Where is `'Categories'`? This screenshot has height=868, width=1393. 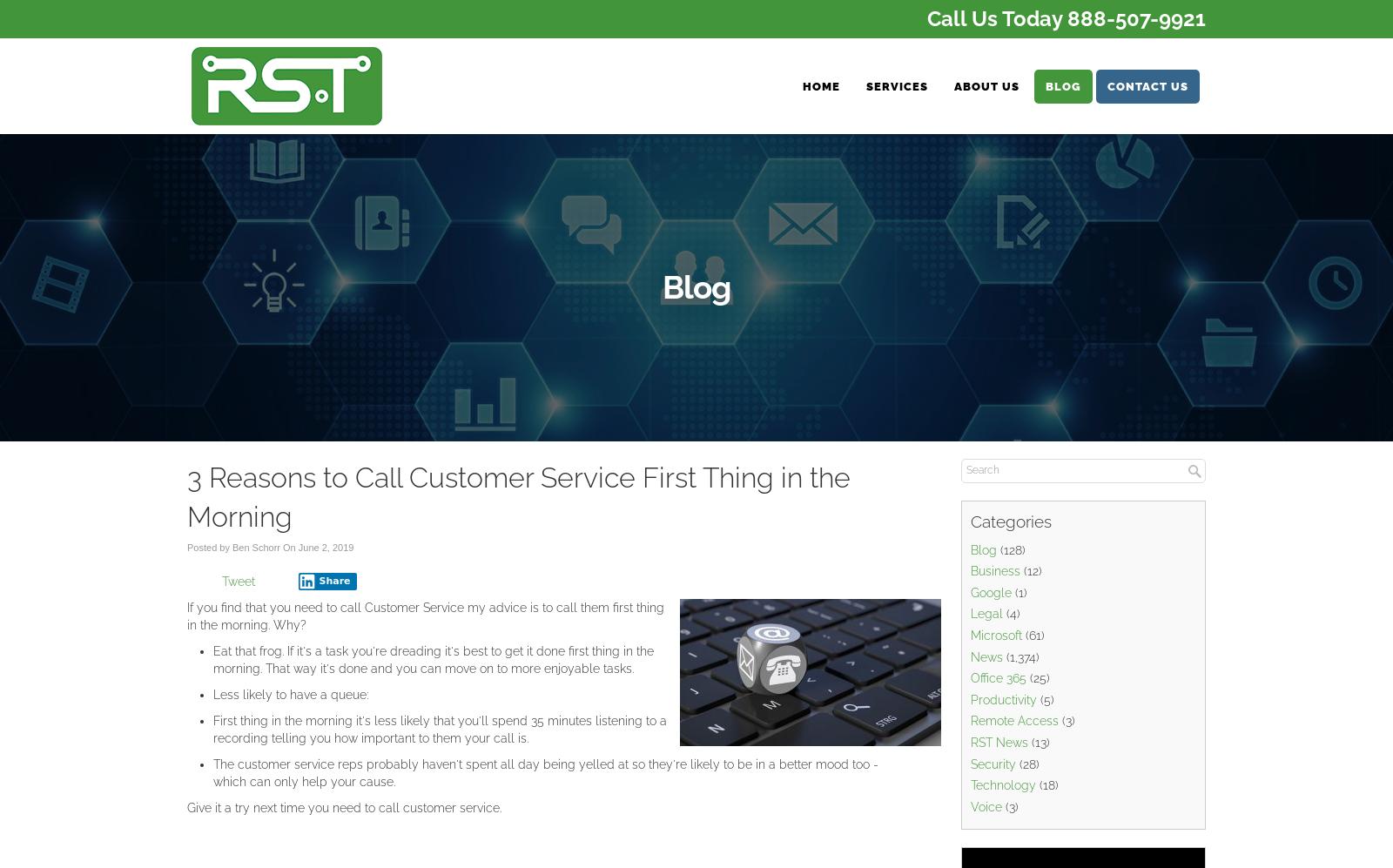 'Categories' is located at coordinates (1011, 520).